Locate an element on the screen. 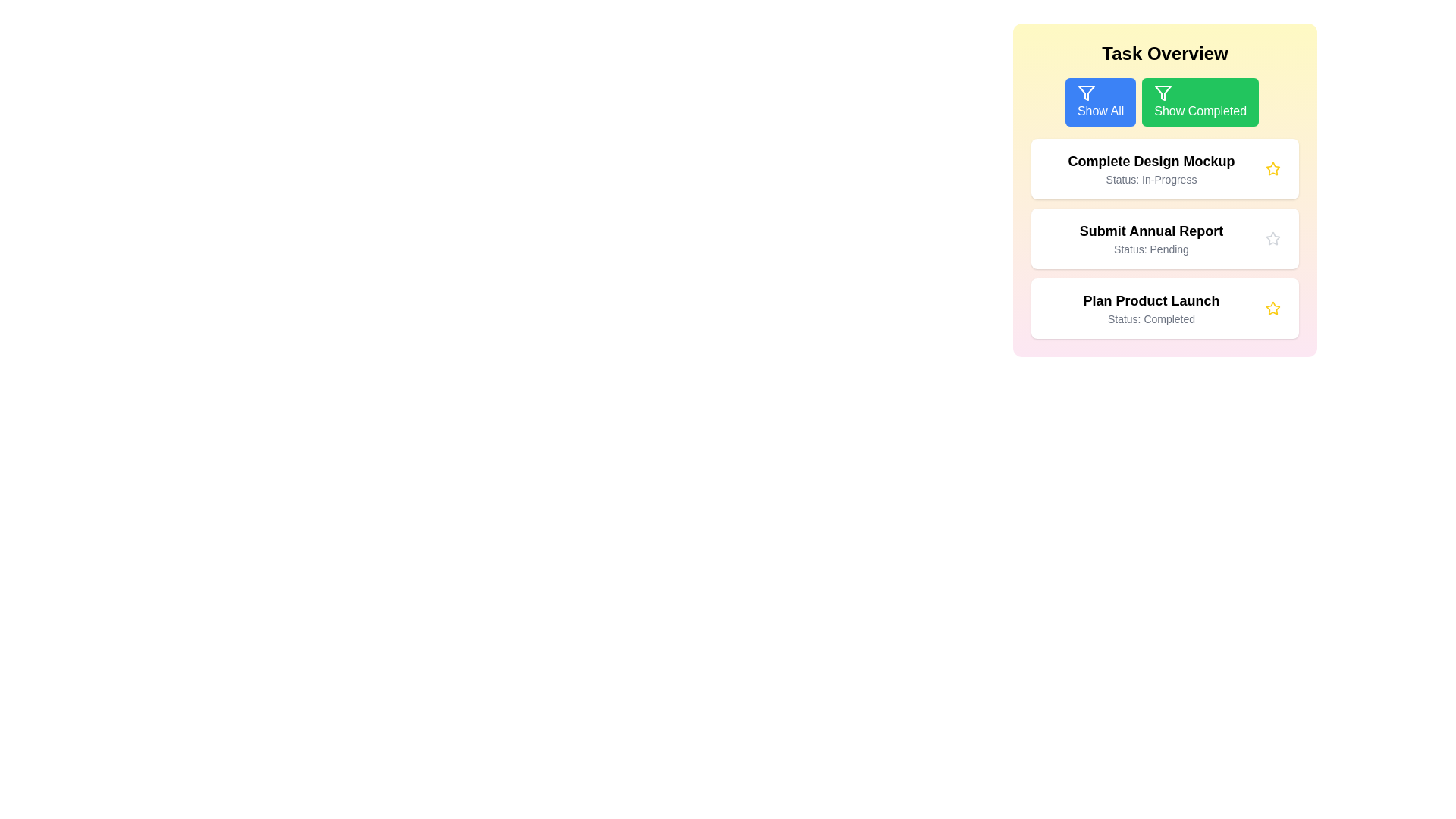 The image size is (1456, 819). 'Show All' button to display all tasks is located at coordinates (1100, 102).